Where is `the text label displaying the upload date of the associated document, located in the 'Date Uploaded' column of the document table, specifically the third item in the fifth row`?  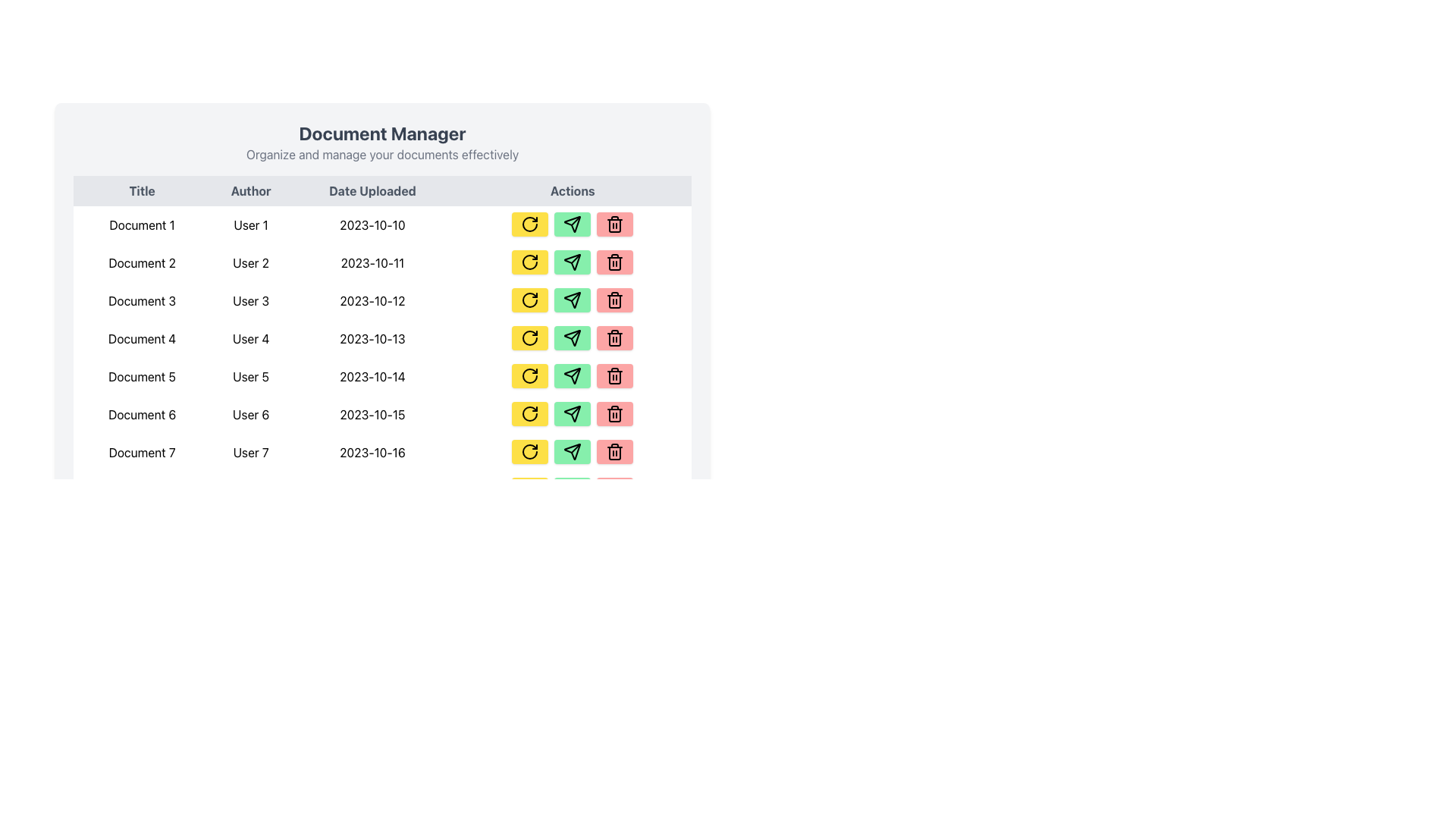 the text label displaying the upload date of the associated document, located in the 'Date Uploaded' column of the document table, specifically the third item in the fifth row is located at coordinates (372, 376).